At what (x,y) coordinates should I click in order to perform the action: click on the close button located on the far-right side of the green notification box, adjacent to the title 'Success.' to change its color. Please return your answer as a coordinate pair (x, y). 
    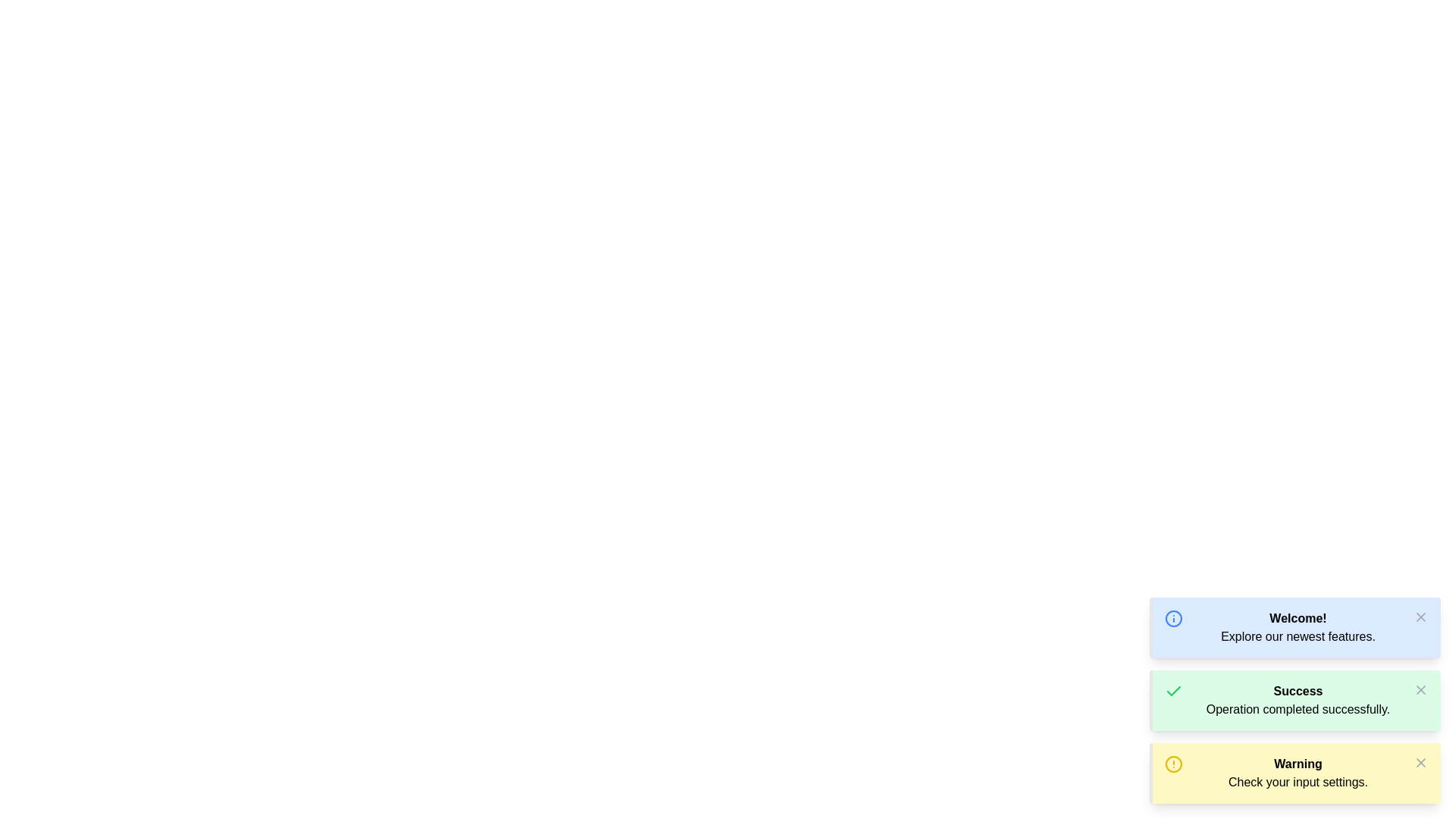
    Looking at the image, I should click on (1420, 690).